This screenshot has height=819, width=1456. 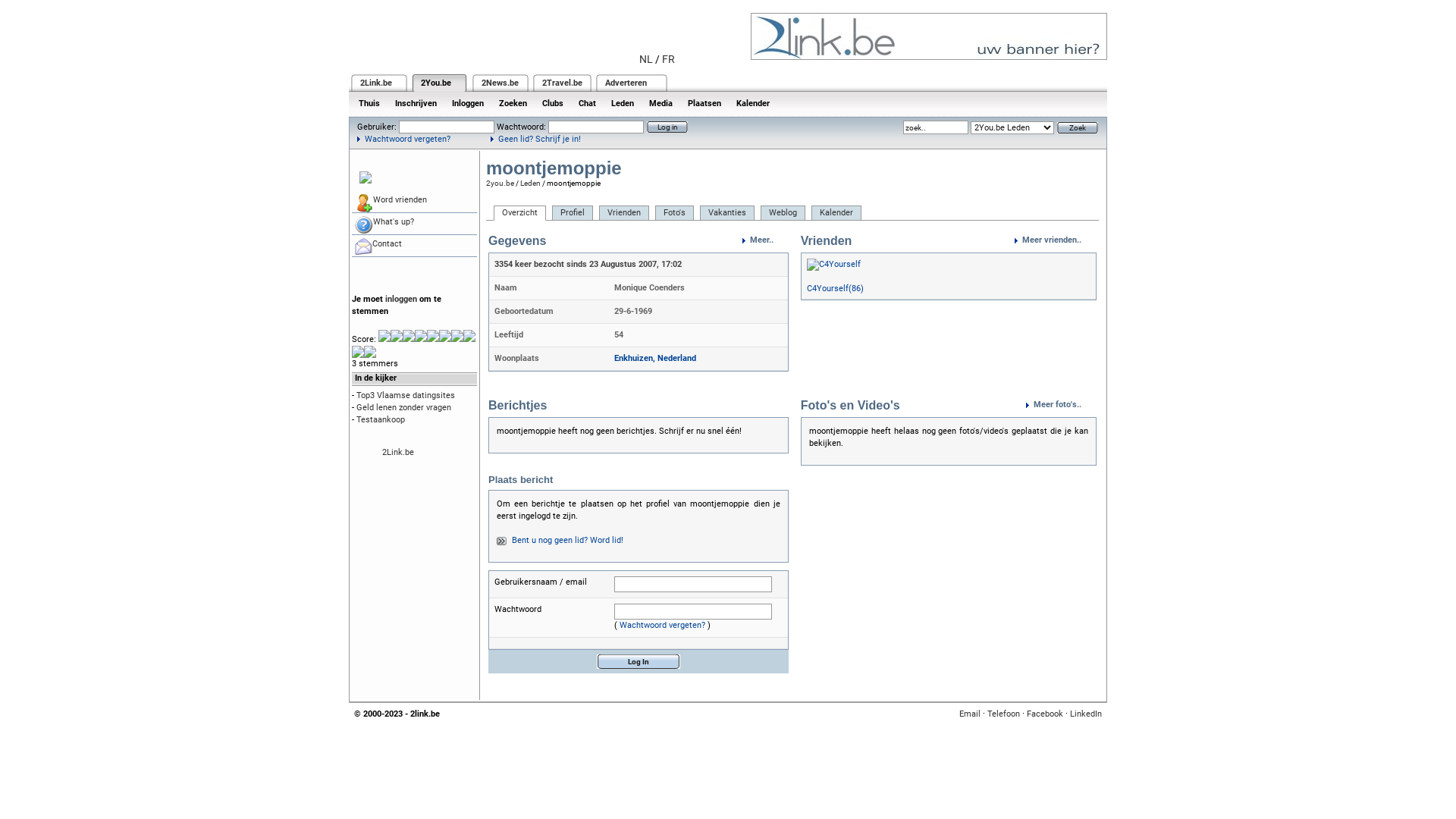 What do you see at coordinates (626, 83) in the screenshot?
I see `'Adverteren'` at bounding box center [626, 83].